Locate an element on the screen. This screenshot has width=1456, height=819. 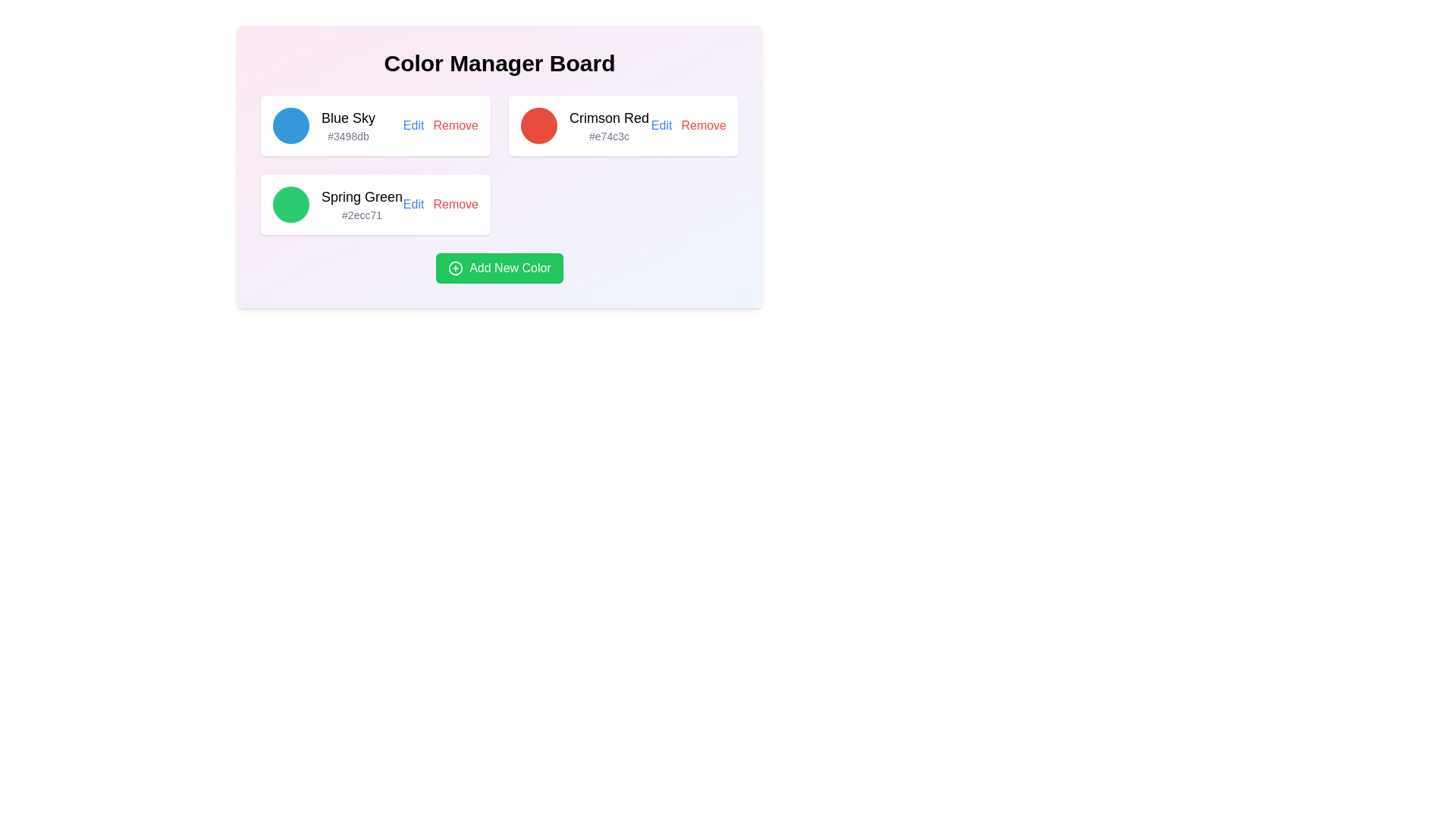
the 'Remove' hyperlink, which is styled with a red font and appears next to the 'Edit' option in the second row of the card list related to 'Spring Green' is located at coordinates (455, 205).